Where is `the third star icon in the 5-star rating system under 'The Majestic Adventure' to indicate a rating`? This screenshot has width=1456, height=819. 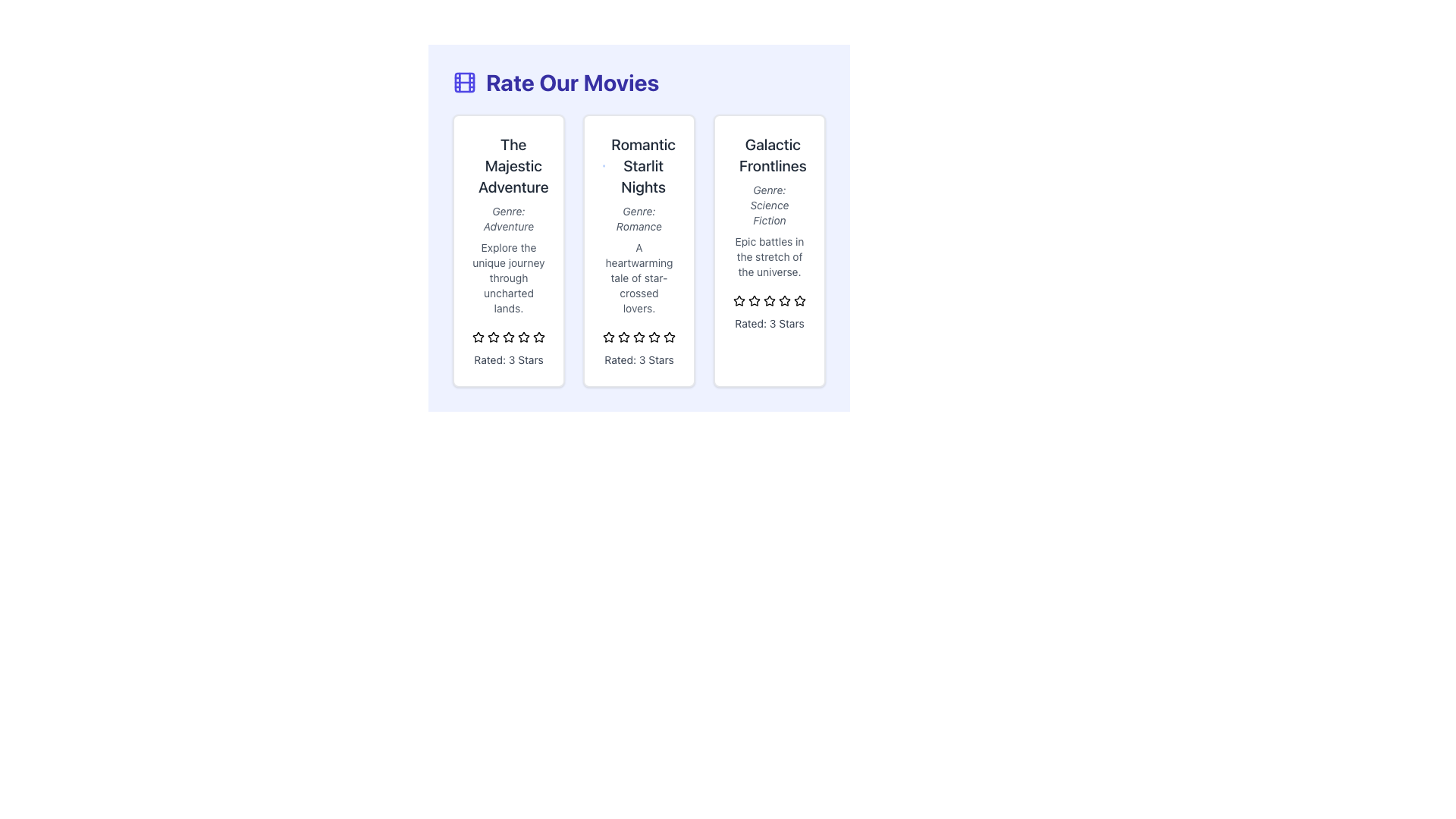
the third star icon in the 5-star rating system under 'The Majestic Adventure' to indicate a rating is located at coordinates (494, 336).